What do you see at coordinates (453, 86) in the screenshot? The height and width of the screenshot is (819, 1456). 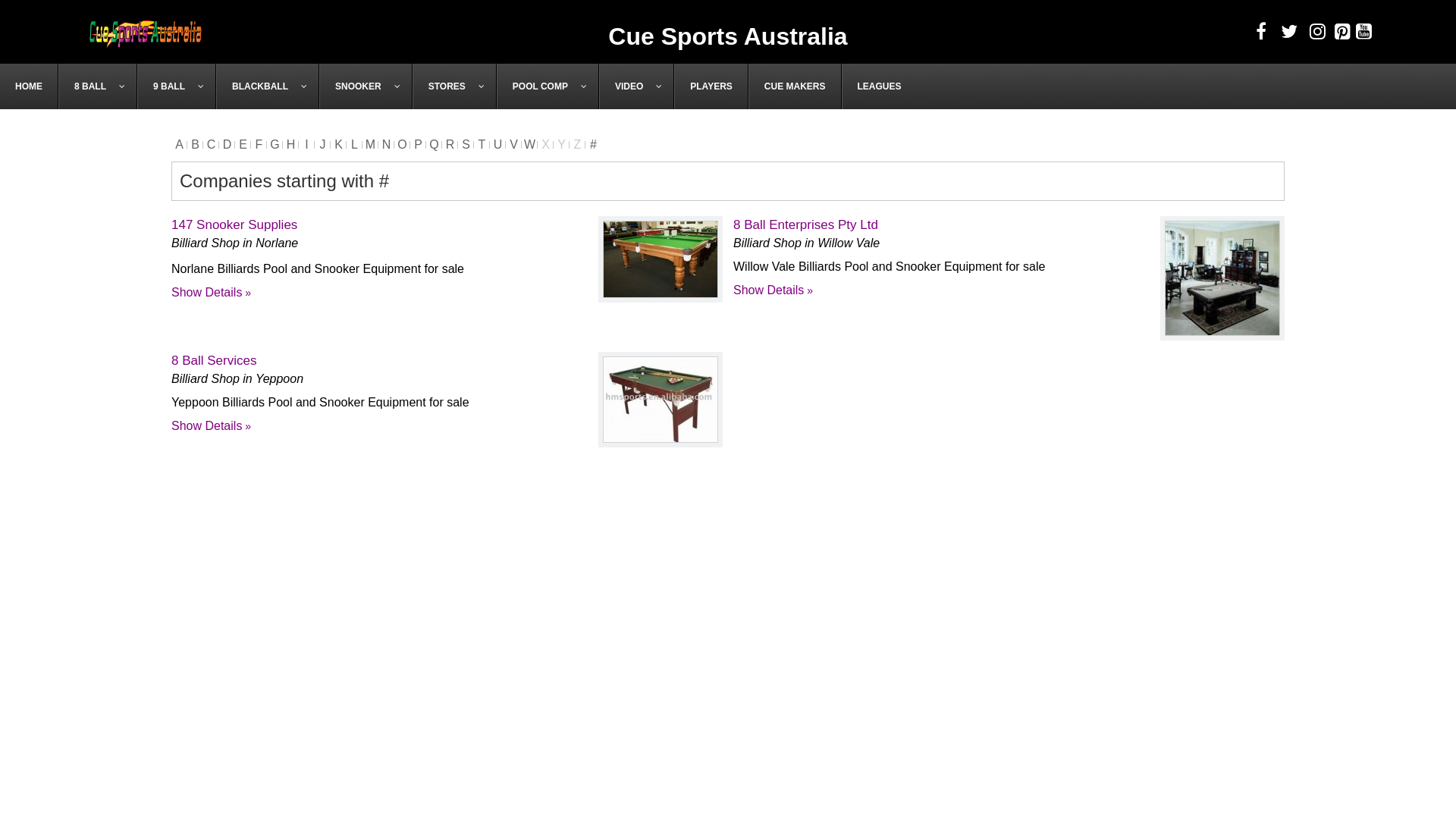 I see `'STORES'` at bounding box center [453, 86].